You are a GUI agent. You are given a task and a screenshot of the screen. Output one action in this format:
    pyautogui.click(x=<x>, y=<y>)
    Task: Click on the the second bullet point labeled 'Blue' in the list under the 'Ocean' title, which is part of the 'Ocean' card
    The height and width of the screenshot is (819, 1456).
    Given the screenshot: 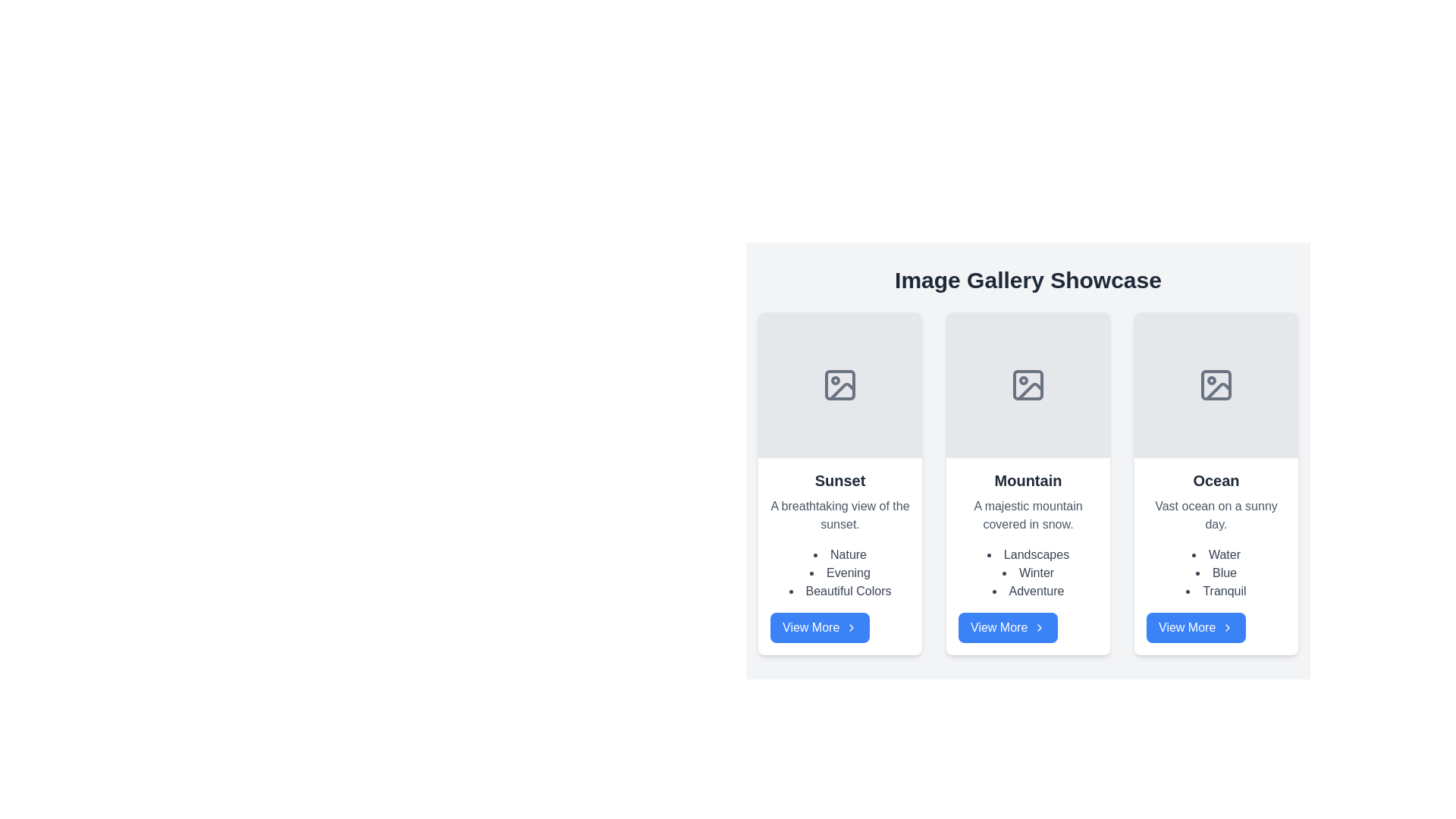 What is the action you would take?
    pyautogui.click(x=1216, y=573)
    